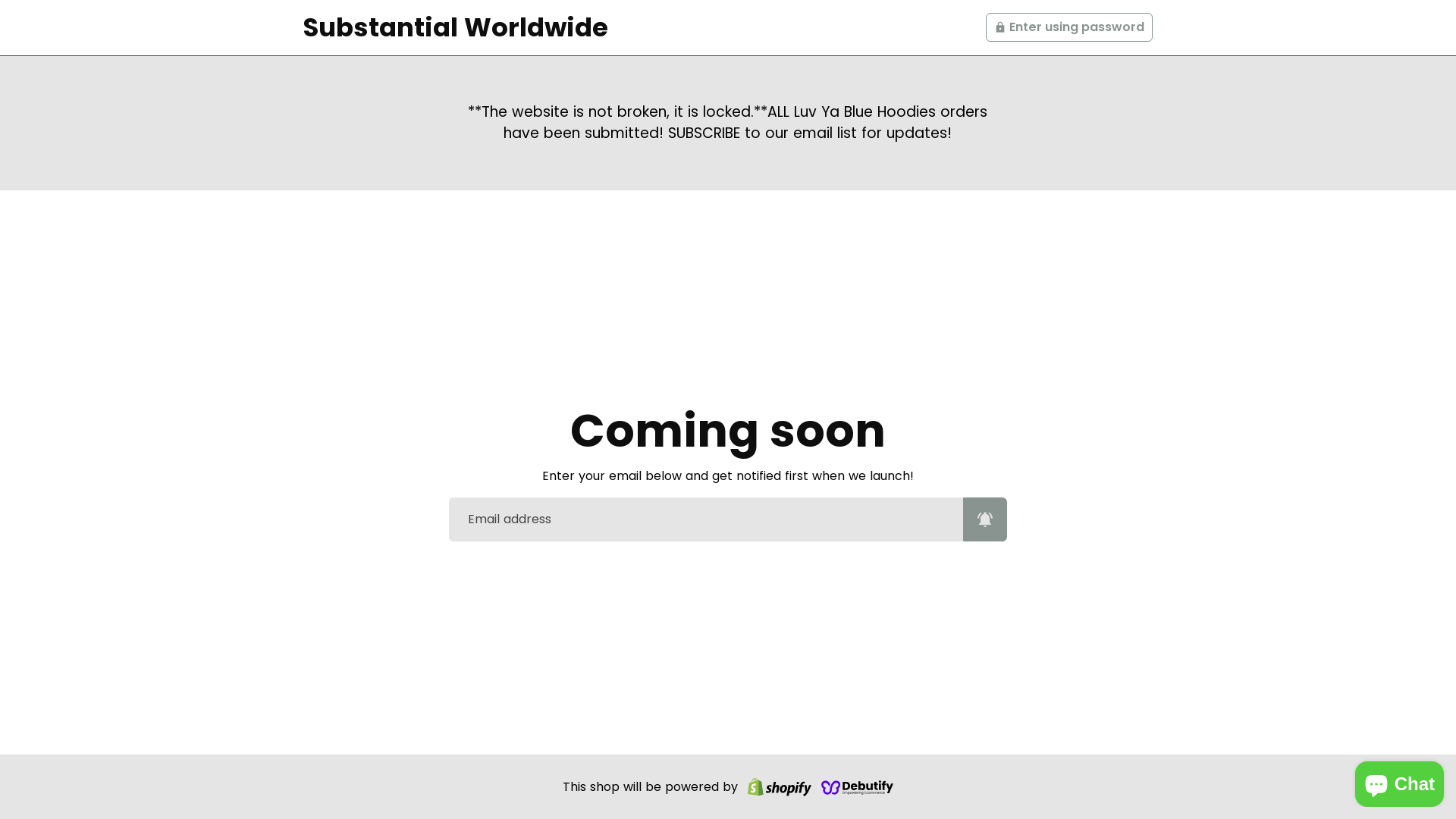 The width and height of the screenshot is (1456, 819). Describe the element at coordinates (1068, 27) in the screenshot. I see `'lock Enter using password'` at that location.